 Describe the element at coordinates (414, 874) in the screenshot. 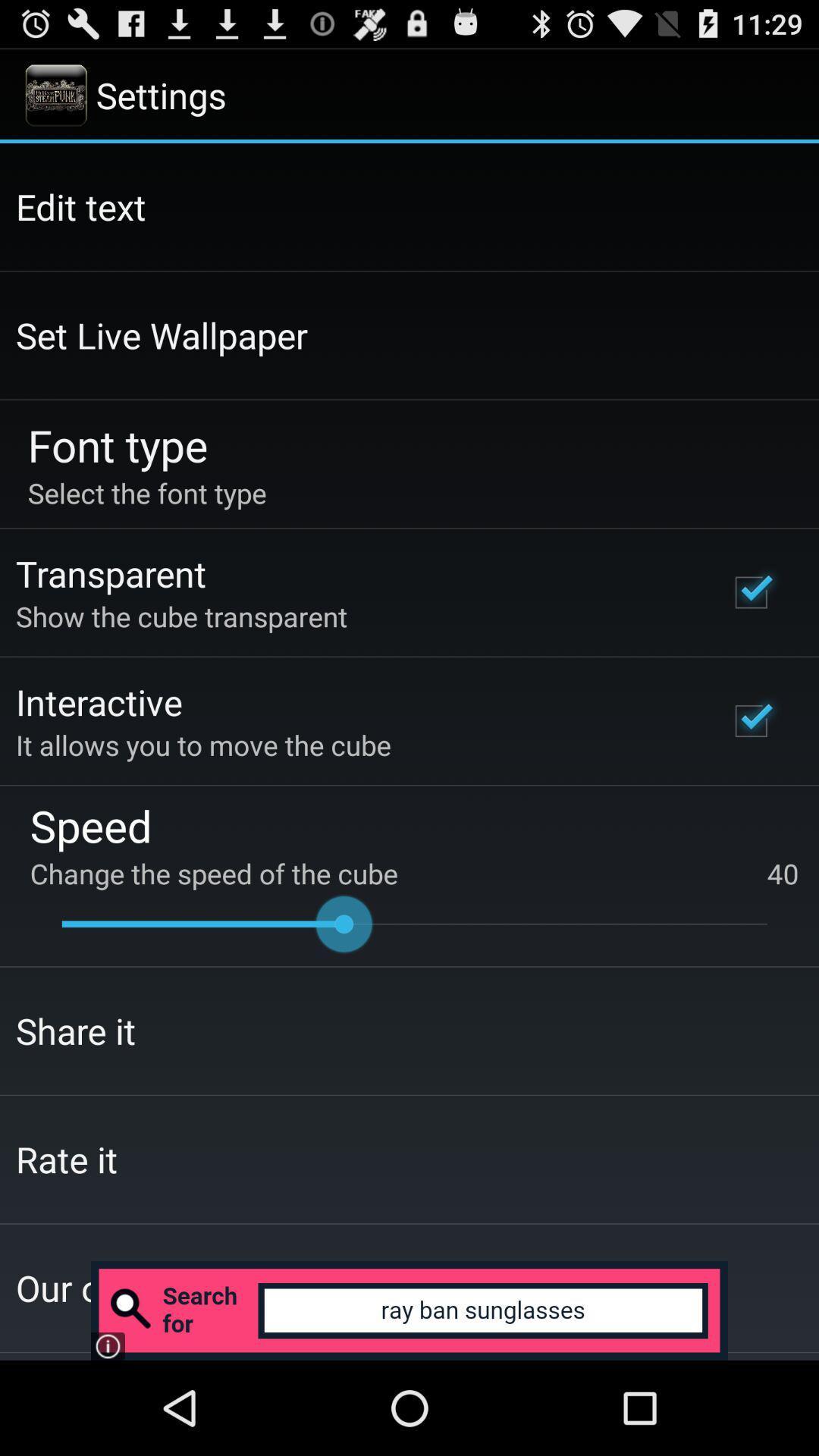

I see `icon below the speed` at that location.